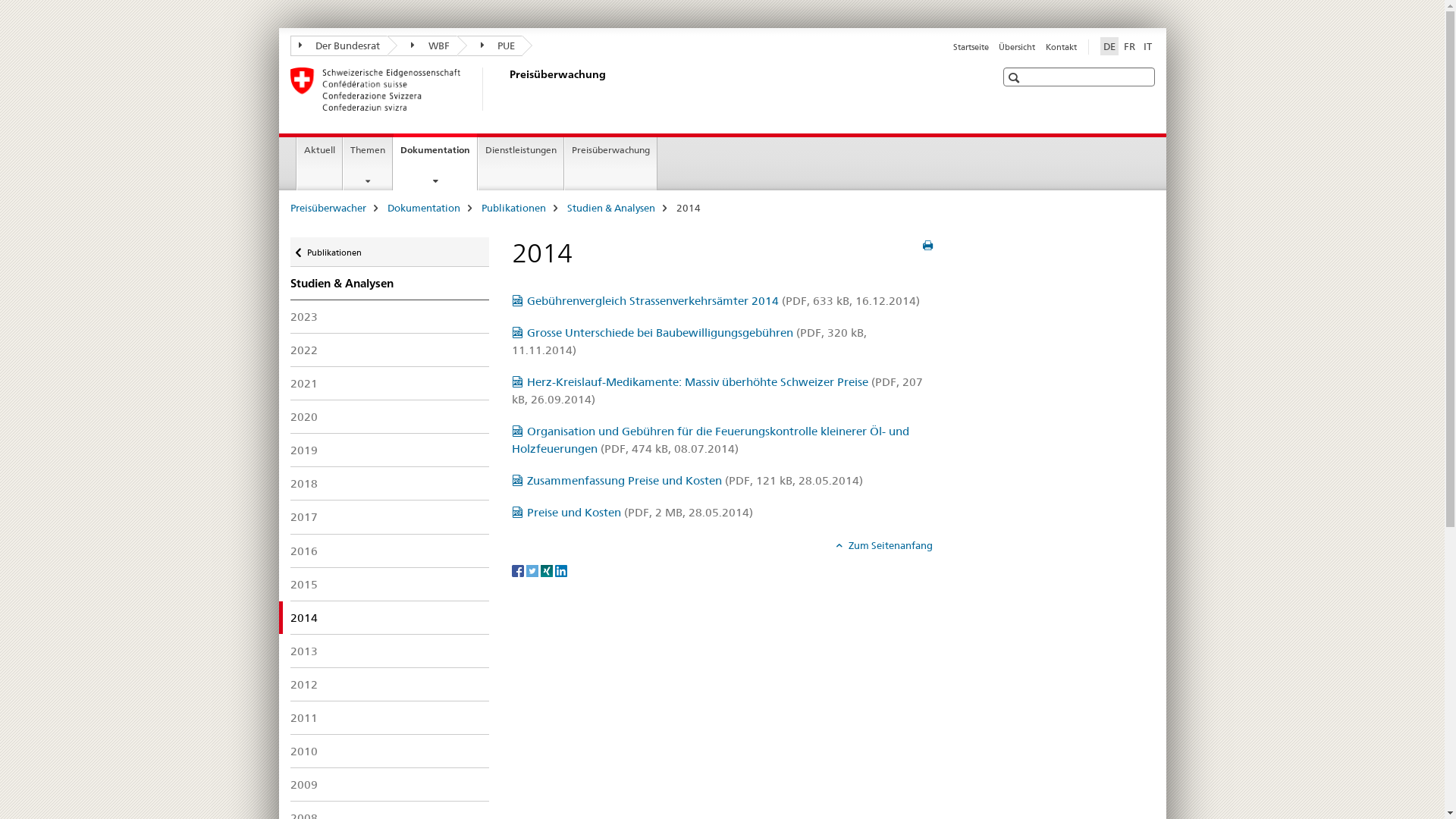 This screenshot has width=1456, height=819. Describe the element at coordinates (389, 416) in the screenshot. I see `'2020'` at that location.